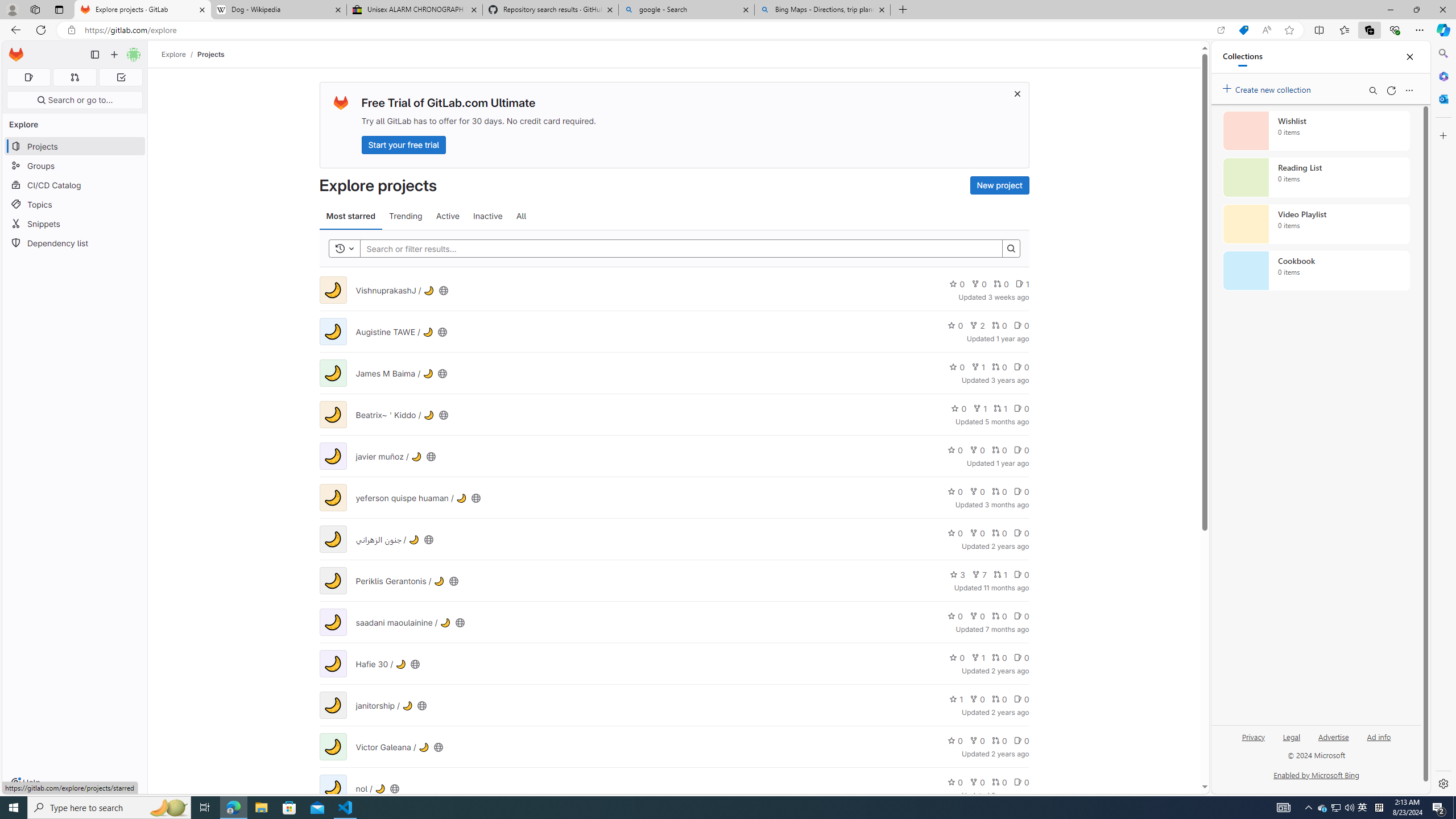 This screenshot has width=1456, height=819. Describe the element at coordinates (74, 204) in the screenshot. I see `'Topics'` at that location.